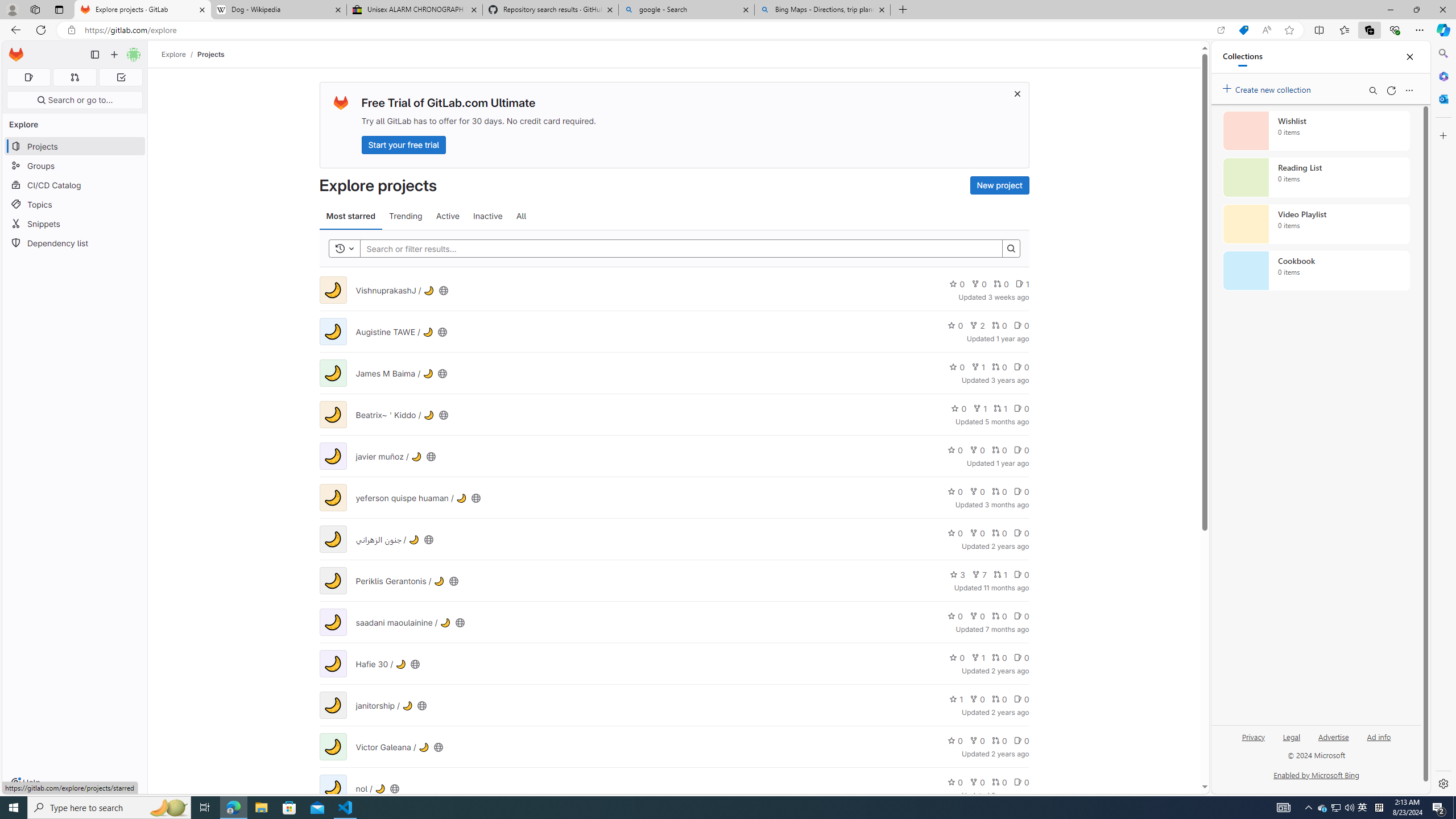 This screenshot has width=1456, height=819. Describe the element at coordinates (74, 204) in the screenshot. I see `'Topics'` at that location.